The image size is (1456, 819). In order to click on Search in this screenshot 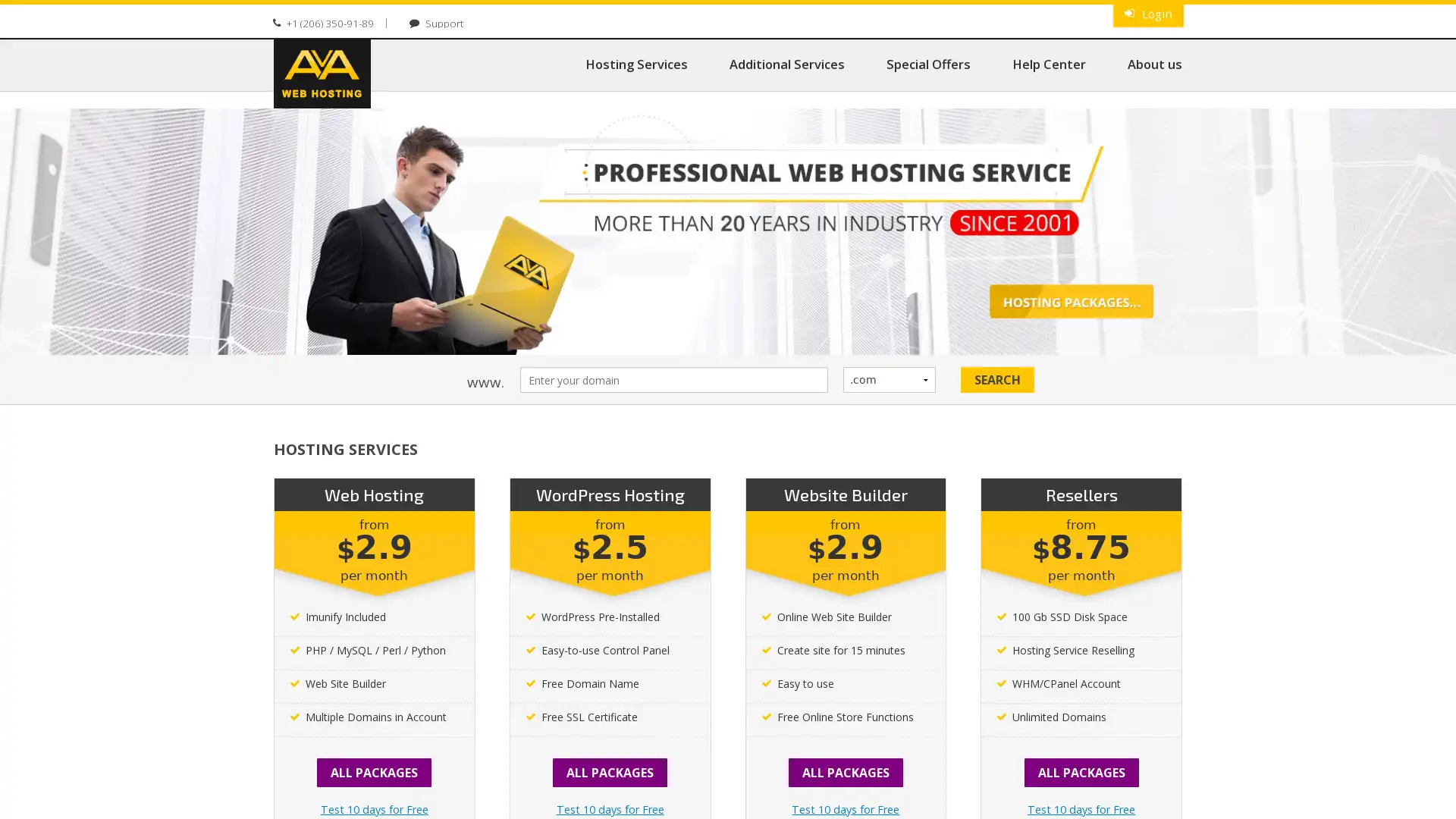, I will do `click(997, 379)`.